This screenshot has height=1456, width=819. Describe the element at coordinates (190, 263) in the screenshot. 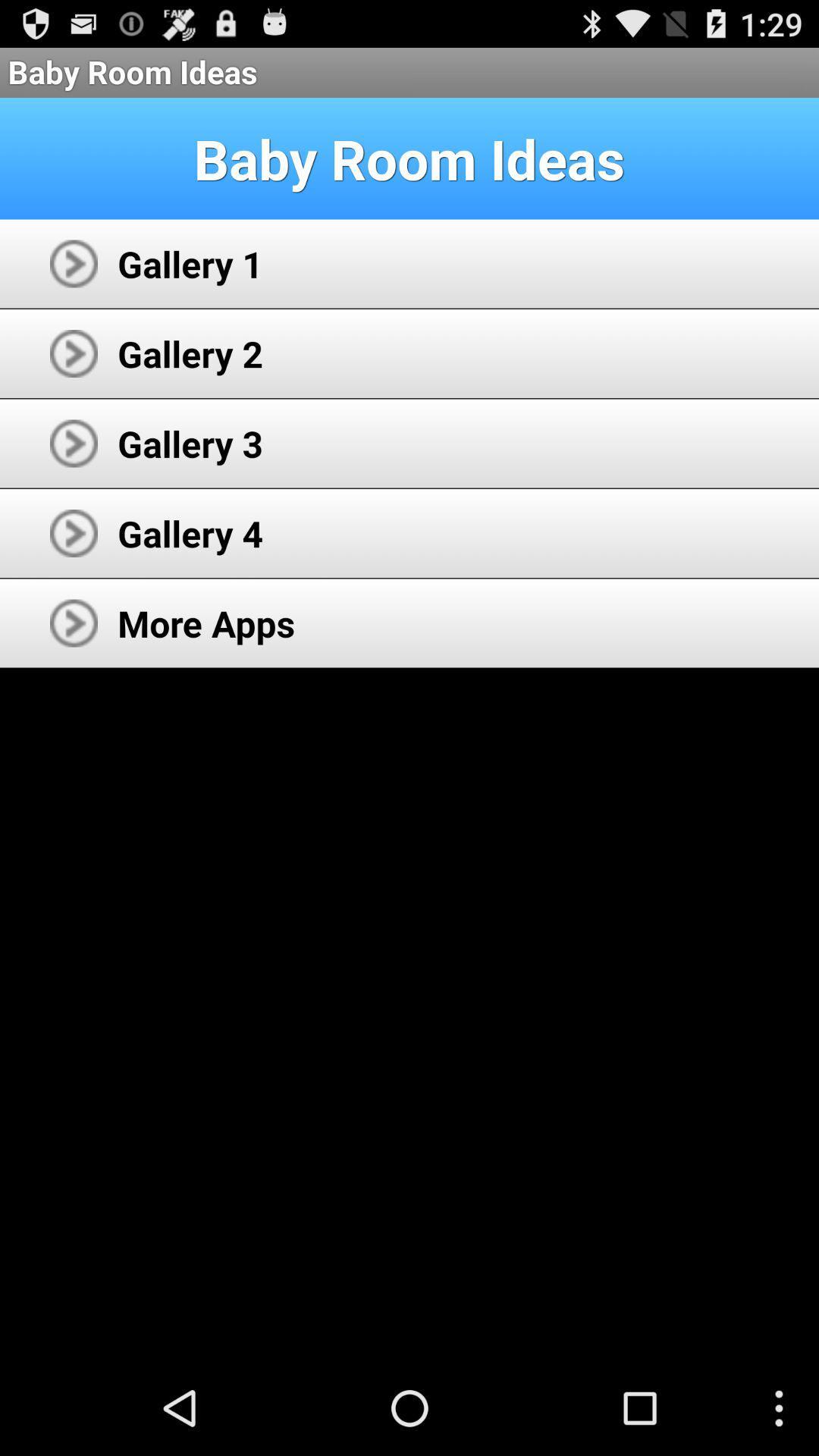

I see `icon below baby room ideas` at that location.